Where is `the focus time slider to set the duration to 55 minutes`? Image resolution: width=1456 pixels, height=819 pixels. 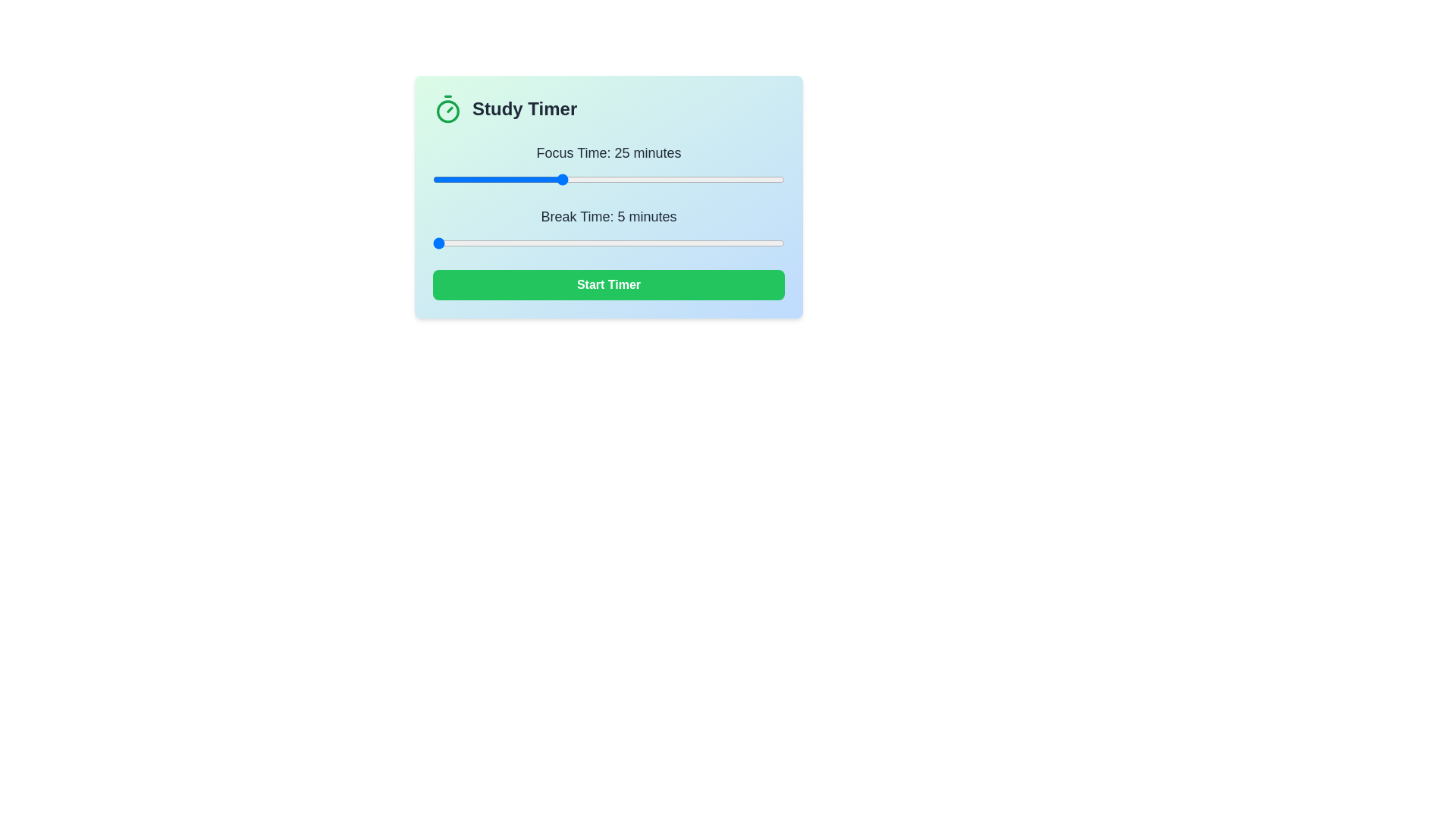
the focus time slider to set the duration to 55 minutes is located at coordinates (752, 178).